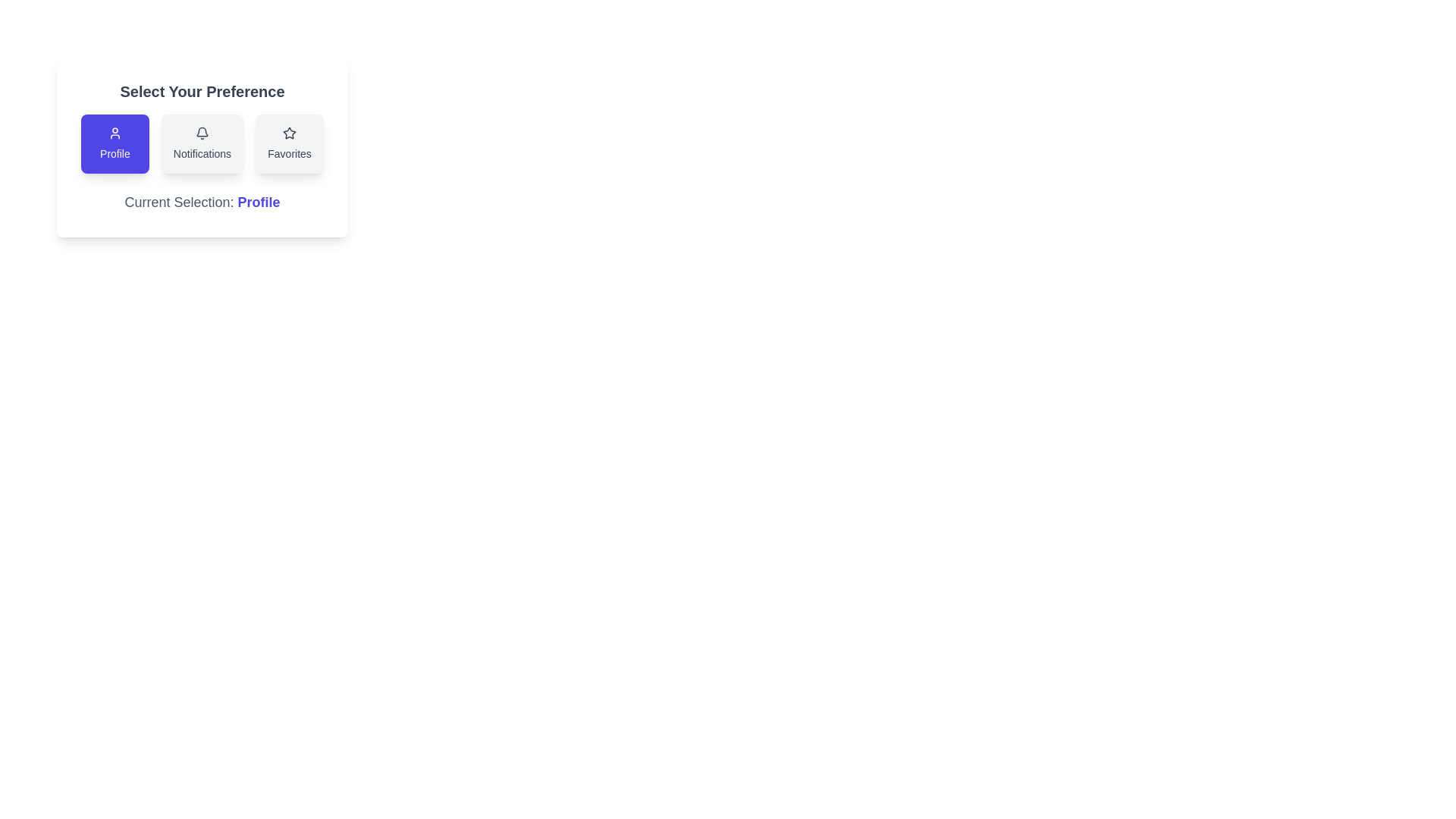 The width and height of the screenshot is (1456, 819). What do you see at coordinates (114, 143) in the screenshot?
I see `the 'Profile' button, which is a rectangular button with a blue background and white rounded corners, located at the top-left corner of the grouping` at bounding box center [114, 143].